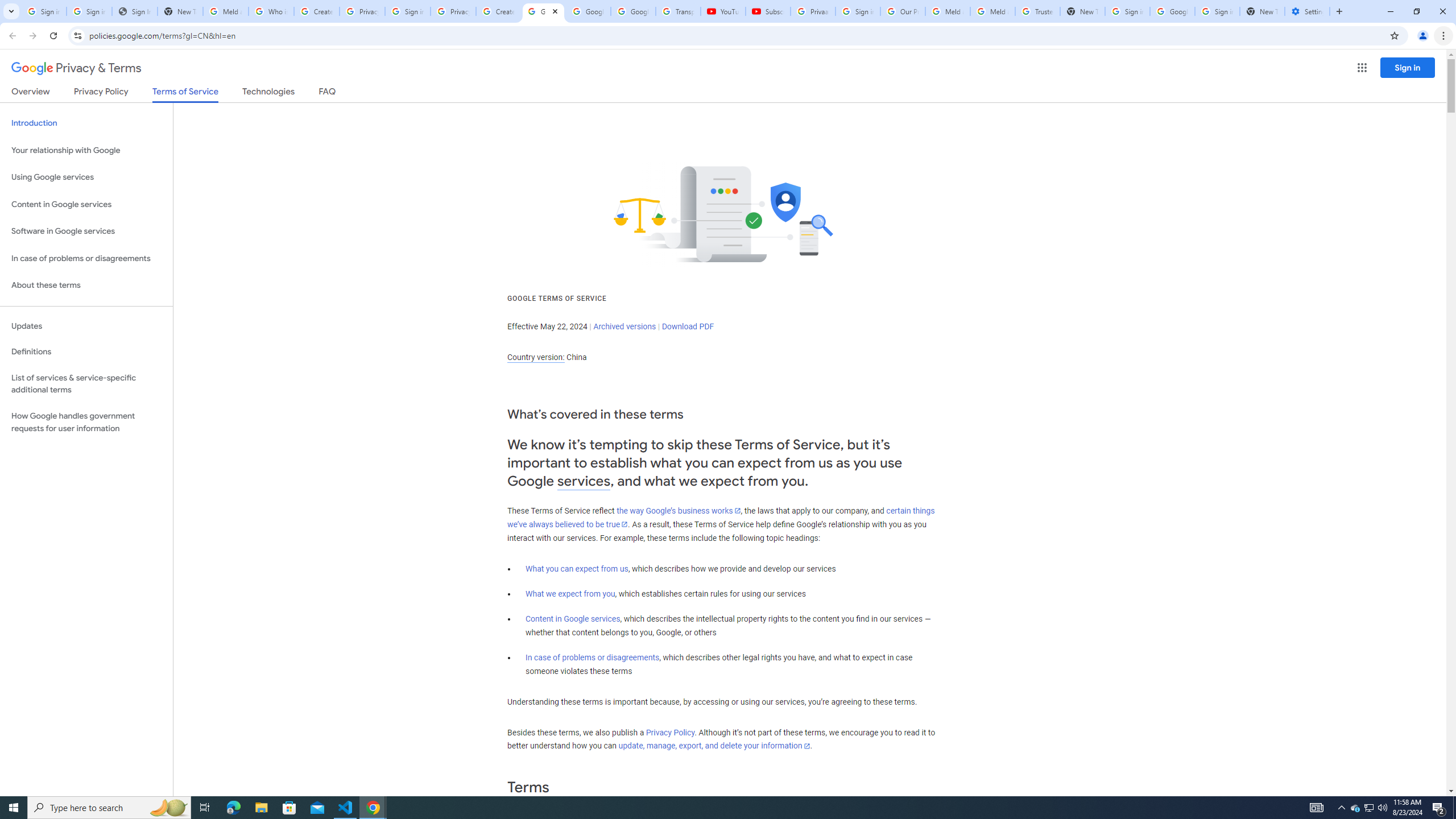 Image resolution: width=1456 pixels, height=819 pixels. Describe the element at coordinates (327, 93) in the screenshot. I see `'FAQ'` at that location.